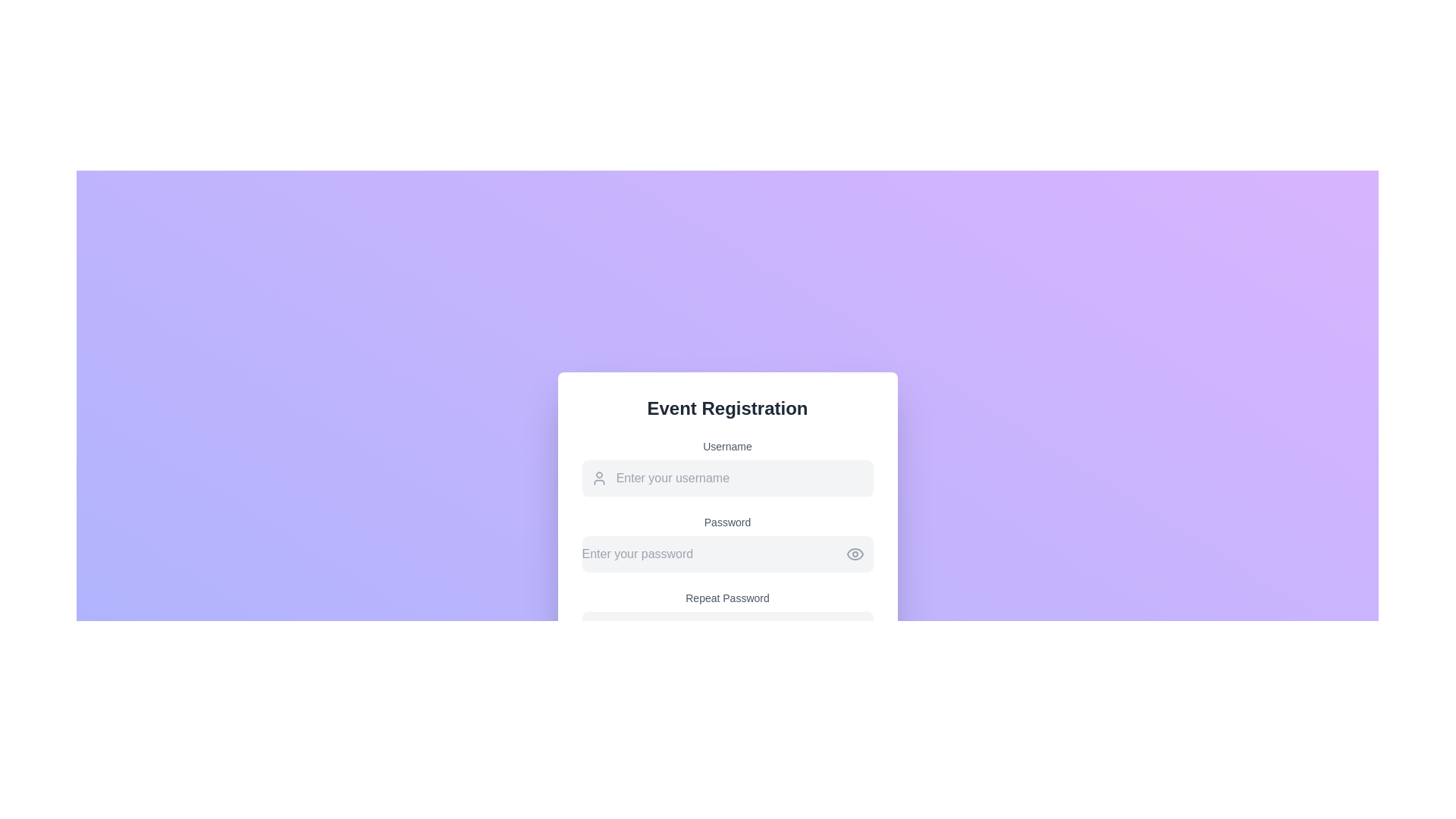  What do you see at coordinates (598, 479) in the screenshot?
I see `the user icon, which is a circular head and shoulders outline in gray, positioned to the left of the username input field` at bounding box center [598, 479].